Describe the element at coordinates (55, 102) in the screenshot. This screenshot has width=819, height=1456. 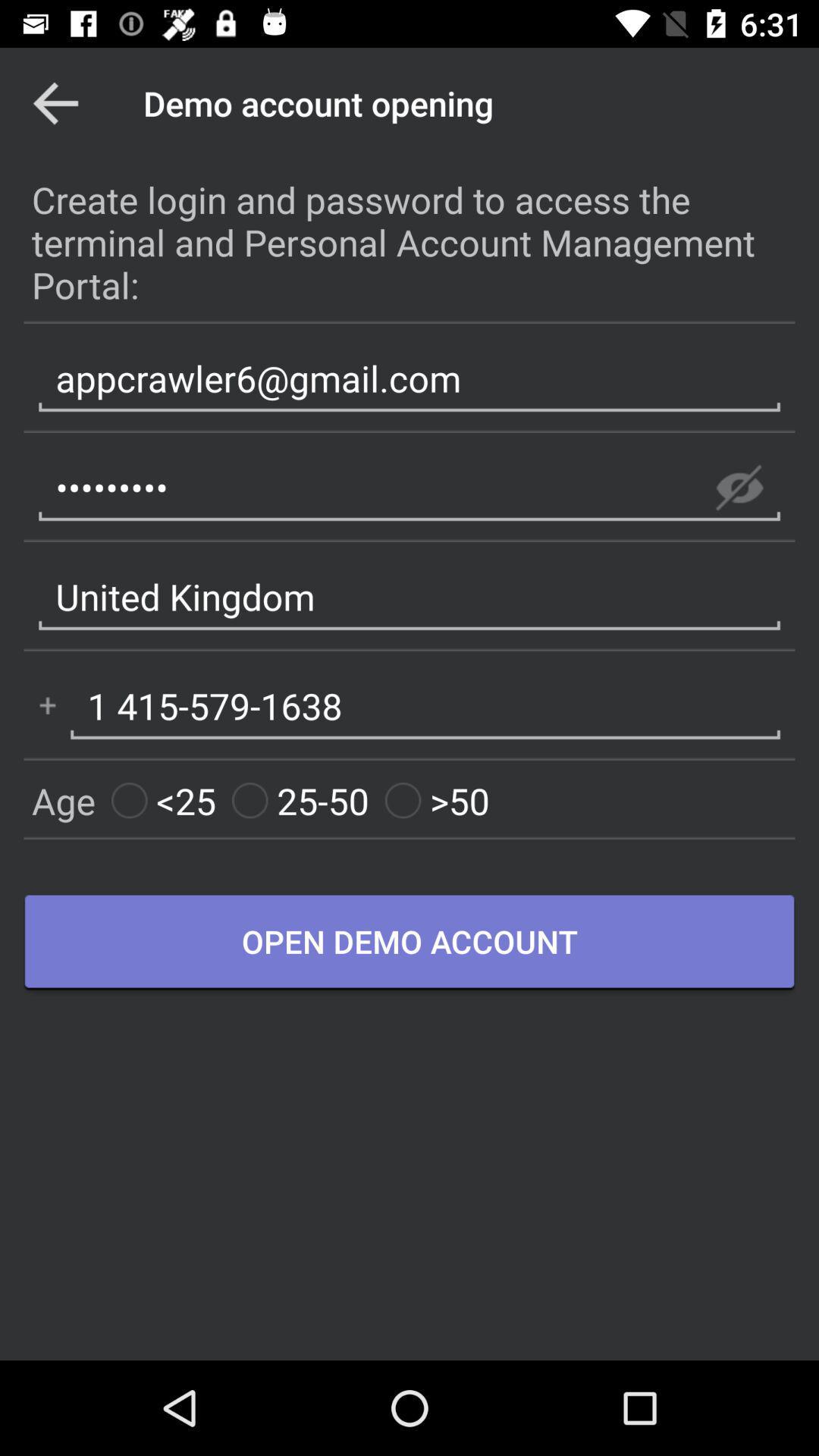
I see `the item above the create login and item` at that location.